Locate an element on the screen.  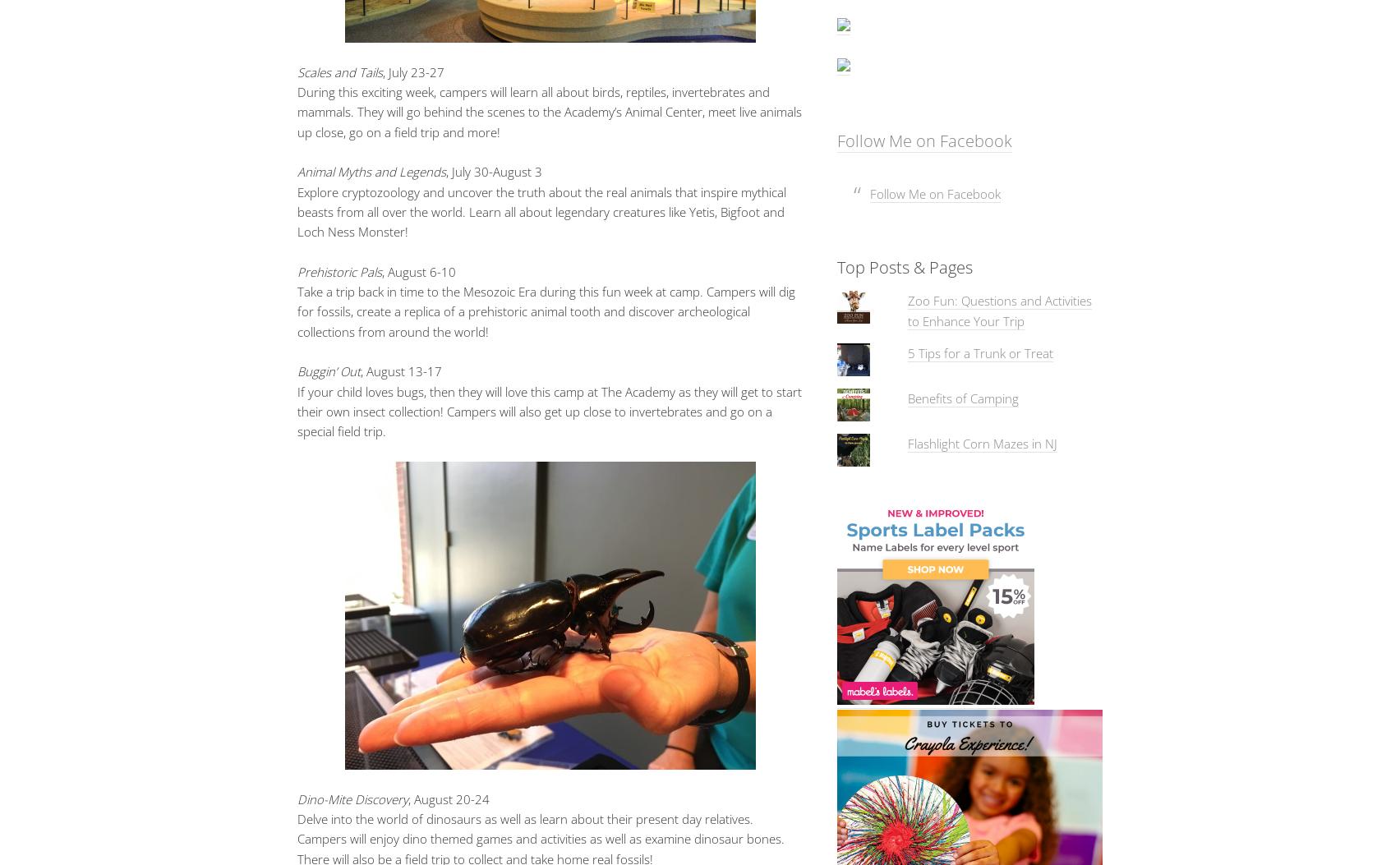
'If your child loves bugs, then they will love this camp at The Academy as they will get to start their own insect collection! Campers will also get up close to invertebrates and go on a special field trip.' is located at coordinates (548, 411).